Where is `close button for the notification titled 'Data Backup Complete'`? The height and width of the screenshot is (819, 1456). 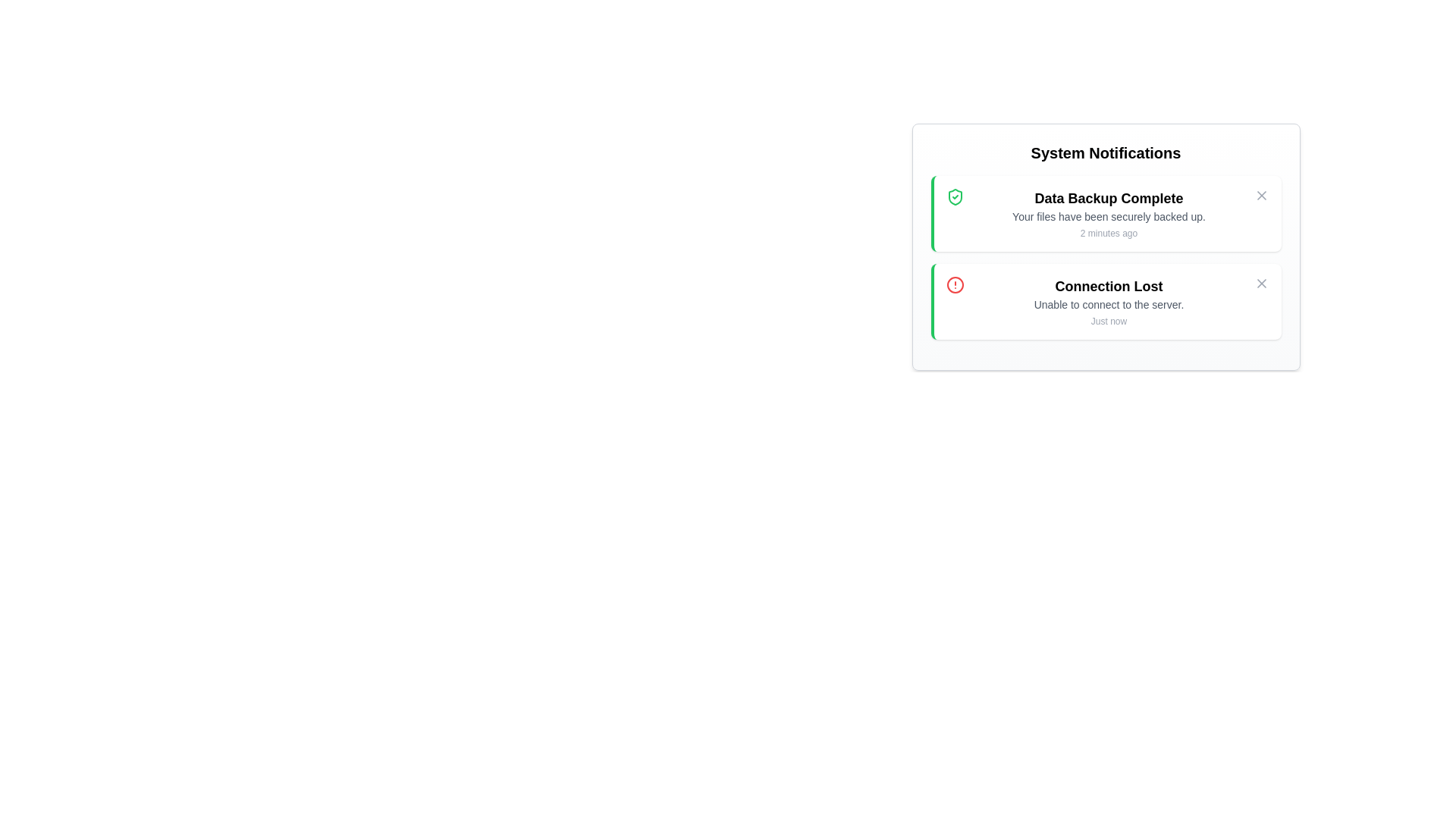 close button for the notification titled 'Data Backup Complete' is located at coordinates (1261, 195).